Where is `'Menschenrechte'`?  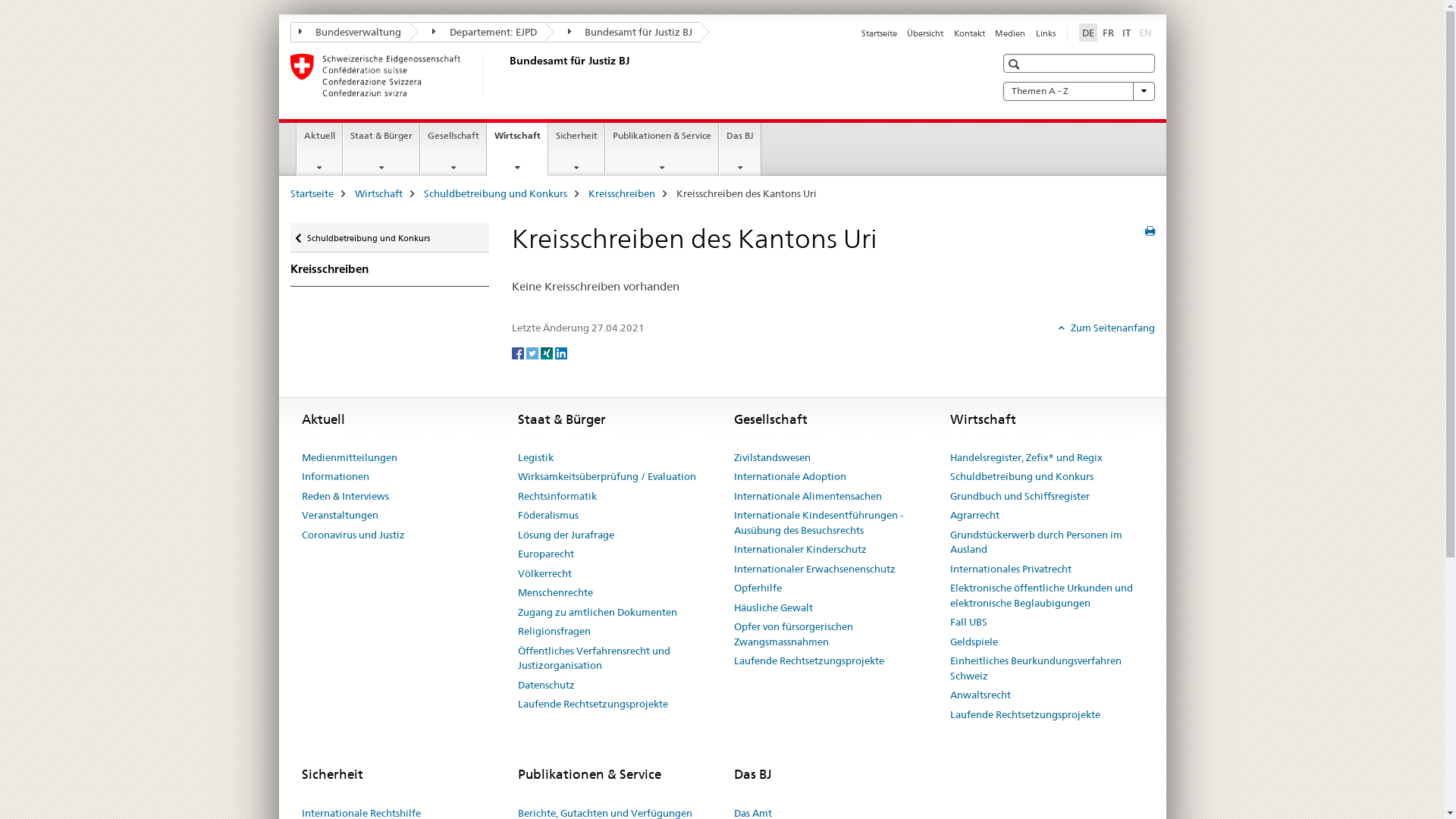
'Menschenrechte' is located at coordinates (554, 592).